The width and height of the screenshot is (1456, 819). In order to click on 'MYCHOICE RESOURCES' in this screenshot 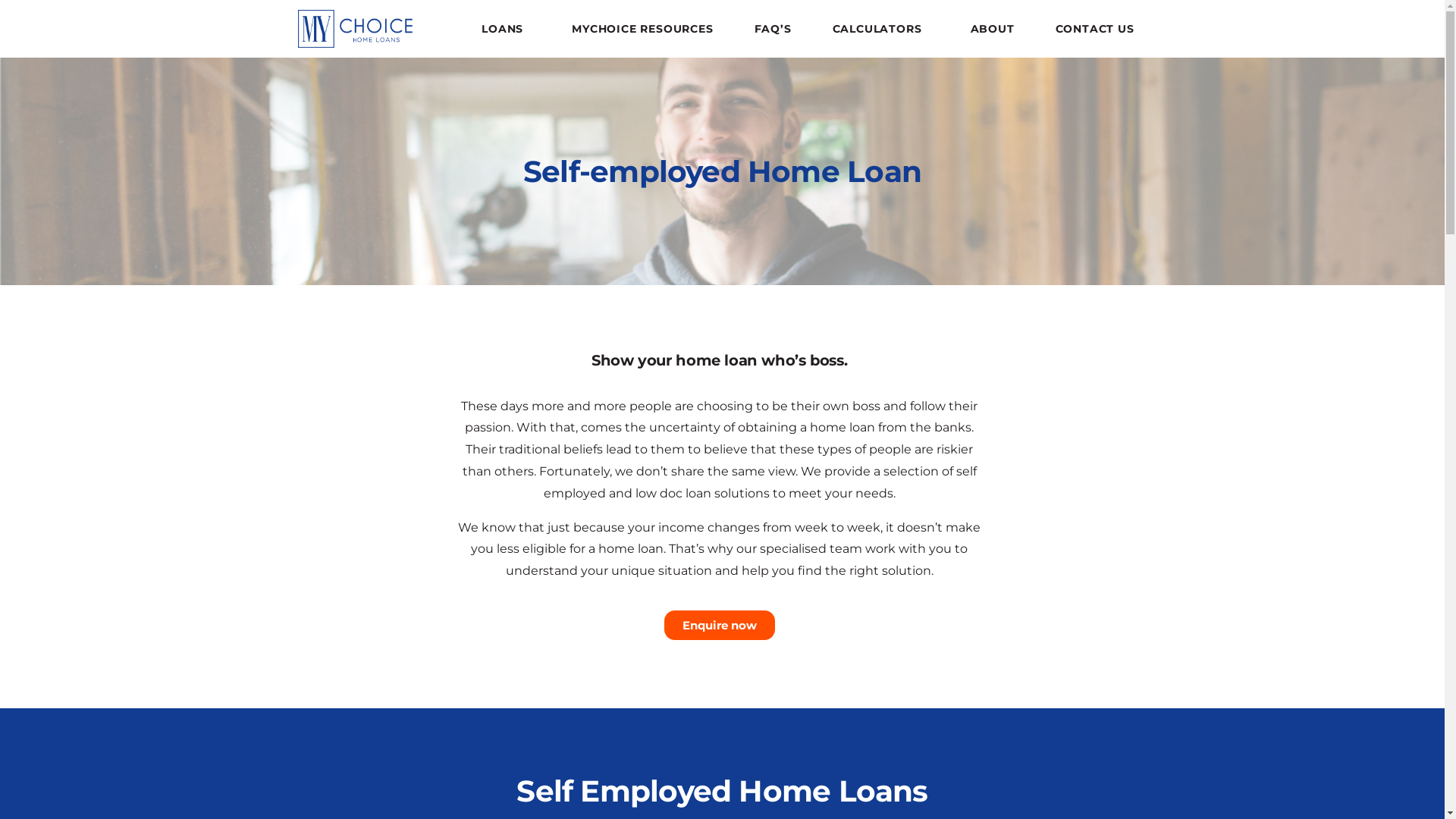, I will do `click(642, 29)`.